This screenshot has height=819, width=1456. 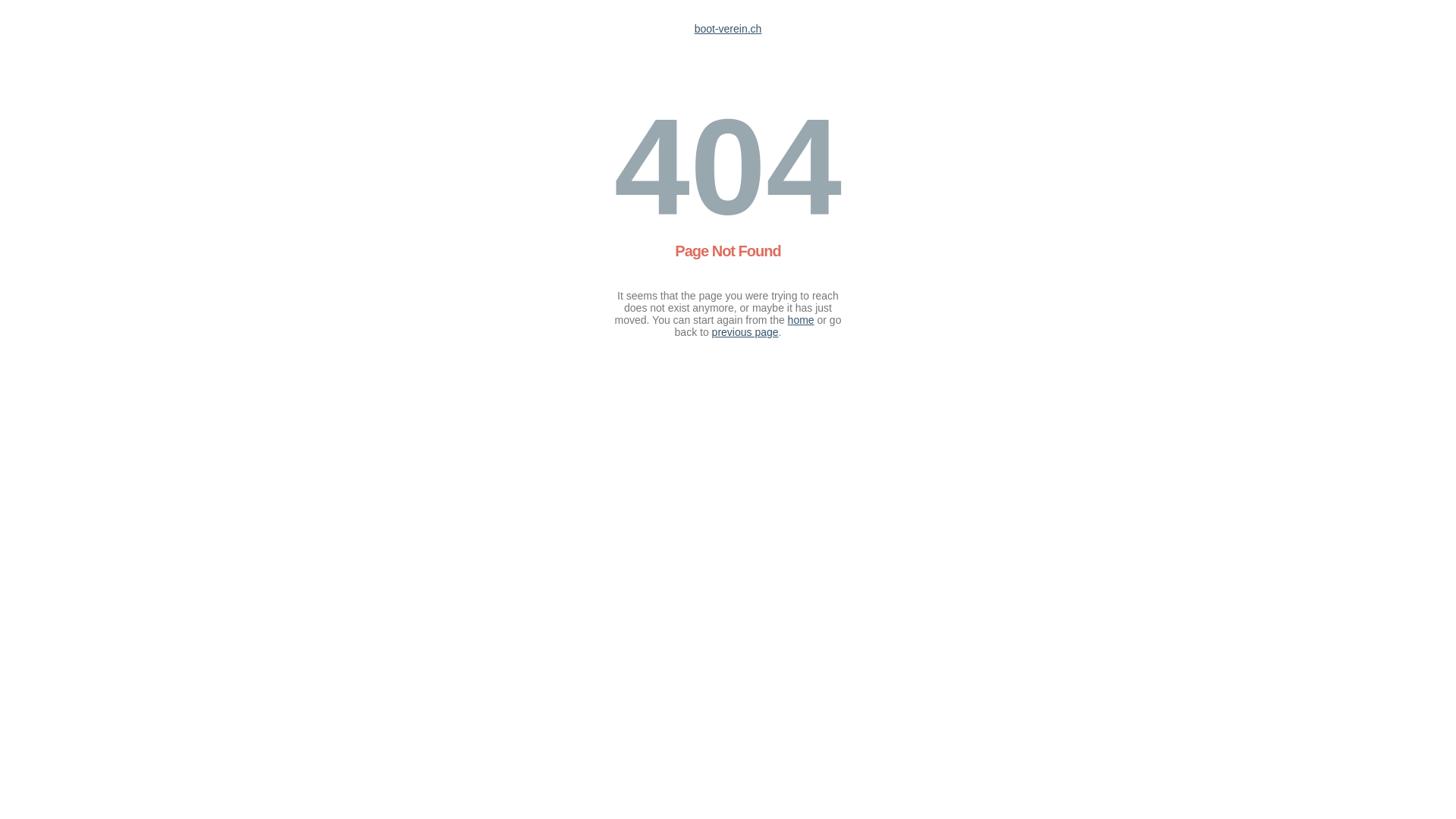 I want to click on 'home', so click(x=800, y=318).